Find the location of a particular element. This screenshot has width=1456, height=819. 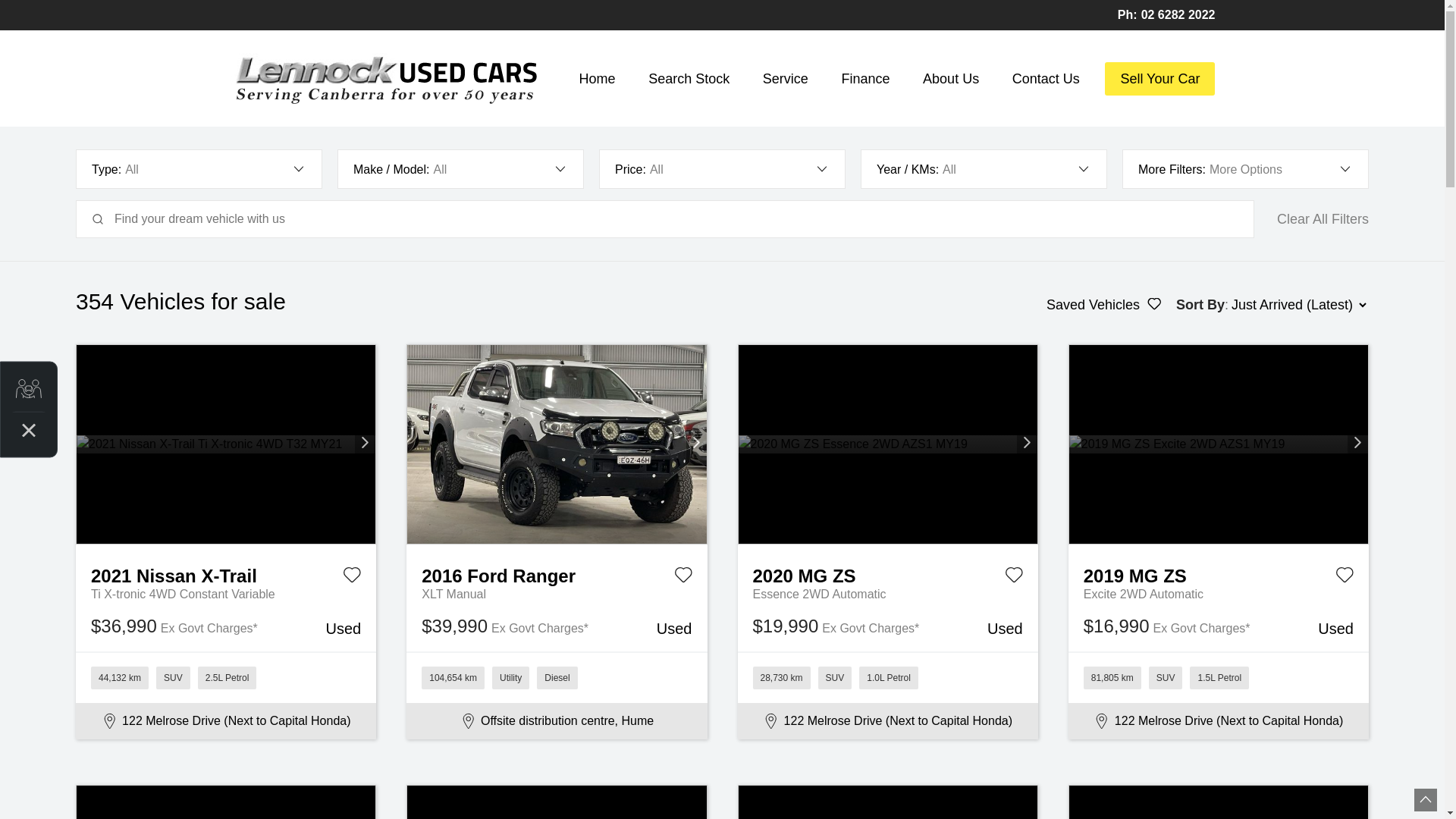

'Clear All Filters' is located at coordinates (1322, 219).